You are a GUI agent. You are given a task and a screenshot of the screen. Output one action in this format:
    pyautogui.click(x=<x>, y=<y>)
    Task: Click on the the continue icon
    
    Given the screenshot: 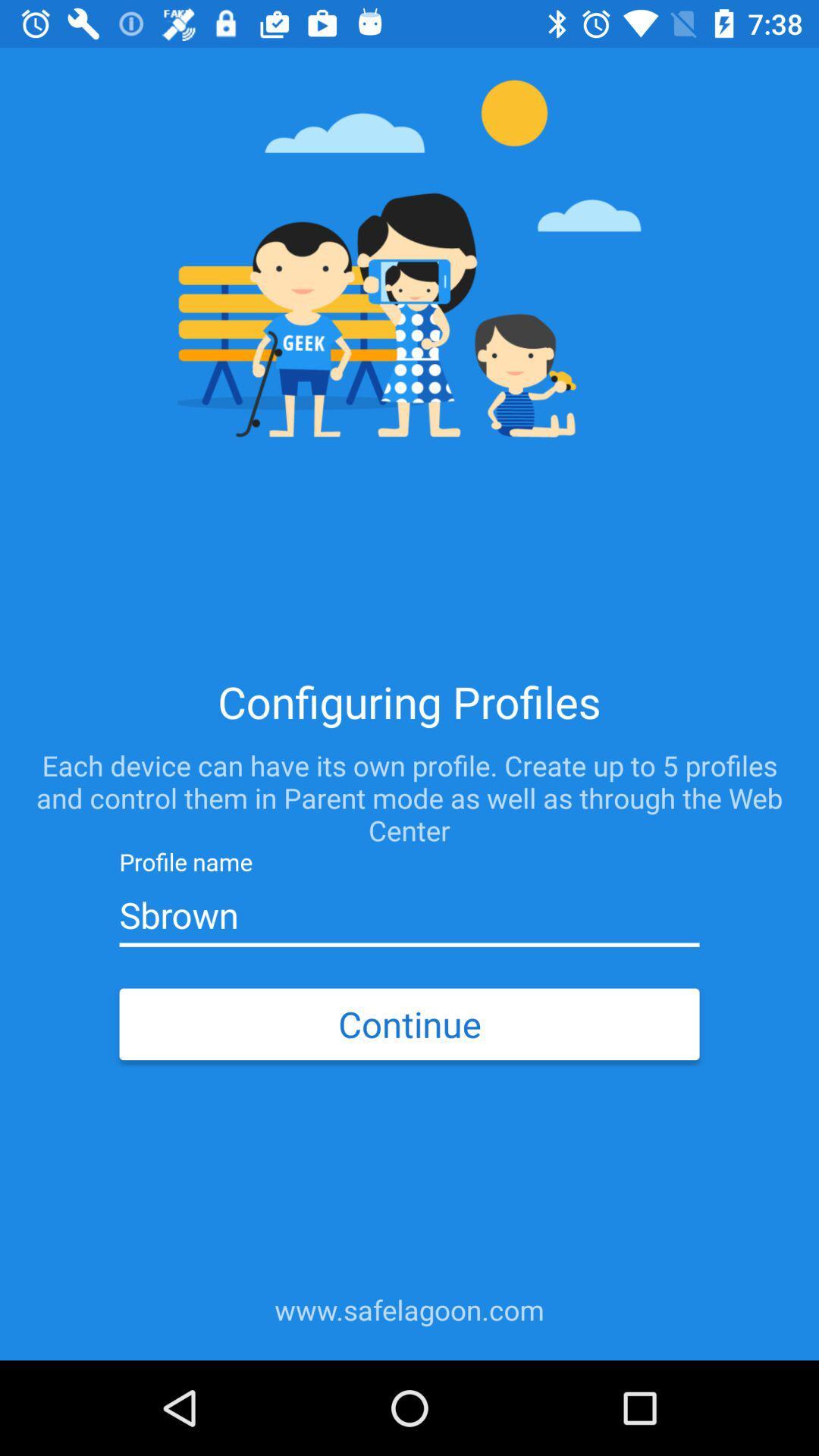 What is the action you would take?
    pyautogui.click(x=409, y=1024)
    